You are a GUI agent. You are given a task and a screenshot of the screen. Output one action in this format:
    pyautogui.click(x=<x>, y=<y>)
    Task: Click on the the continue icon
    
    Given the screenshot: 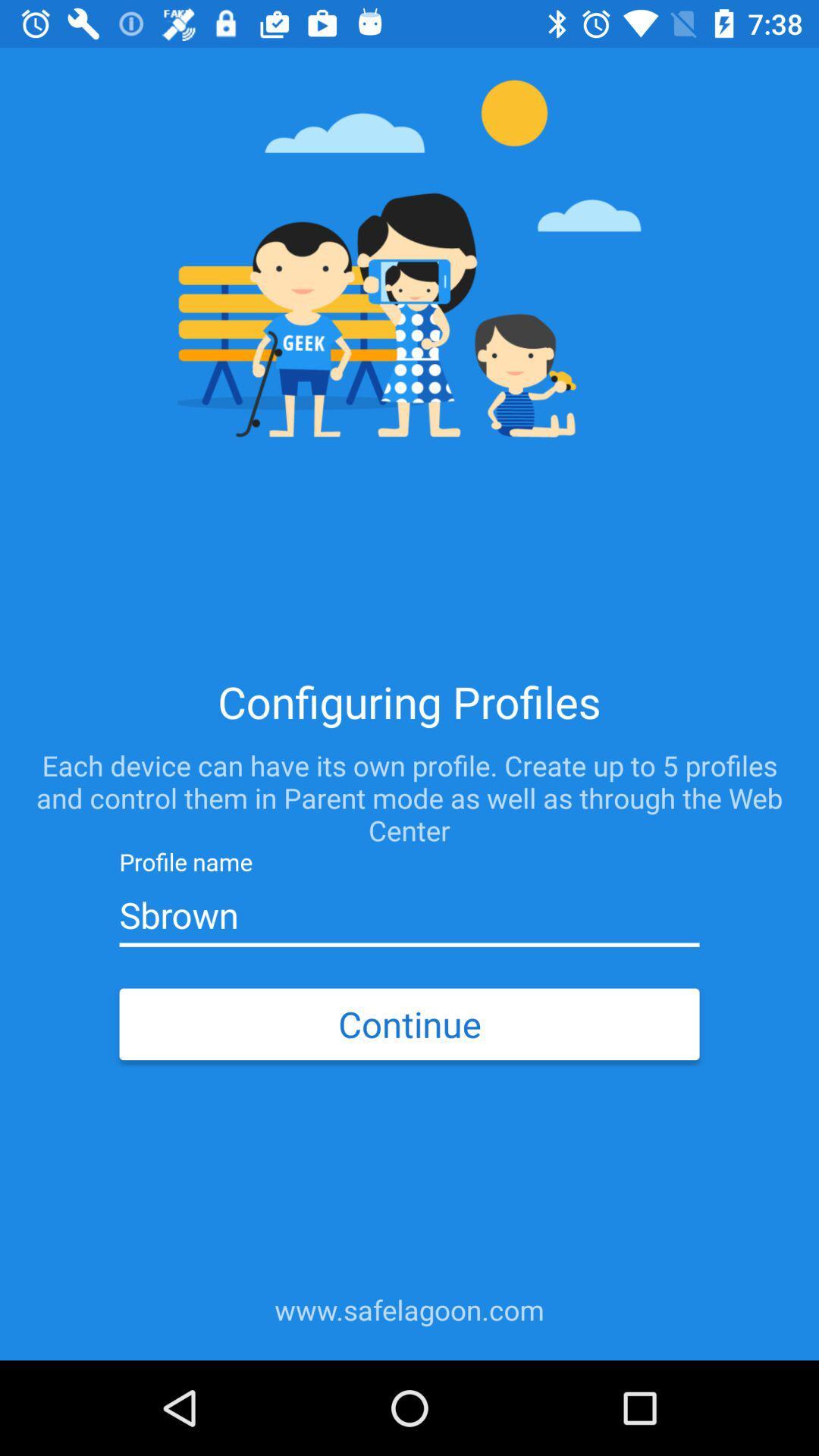 What is the action you would take?
    pyautogui.click(x=409, y=1024)
    